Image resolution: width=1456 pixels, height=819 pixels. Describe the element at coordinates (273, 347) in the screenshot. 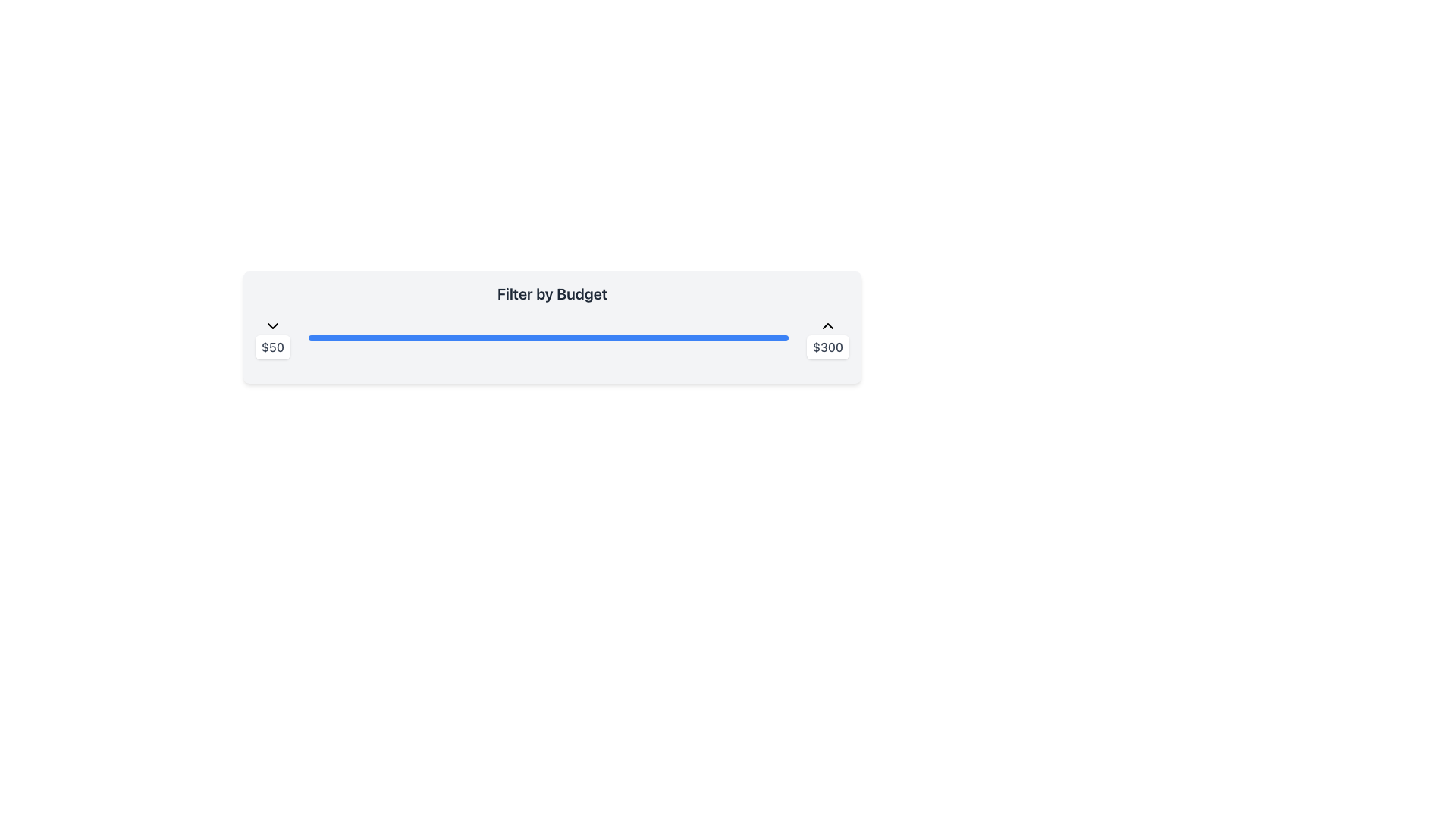

I see `the label representing the minimum value for the budget range, which is located below a downward arrow icon and to the left of a horizontal slider, and to the left of the label showing "$300"` at that location.